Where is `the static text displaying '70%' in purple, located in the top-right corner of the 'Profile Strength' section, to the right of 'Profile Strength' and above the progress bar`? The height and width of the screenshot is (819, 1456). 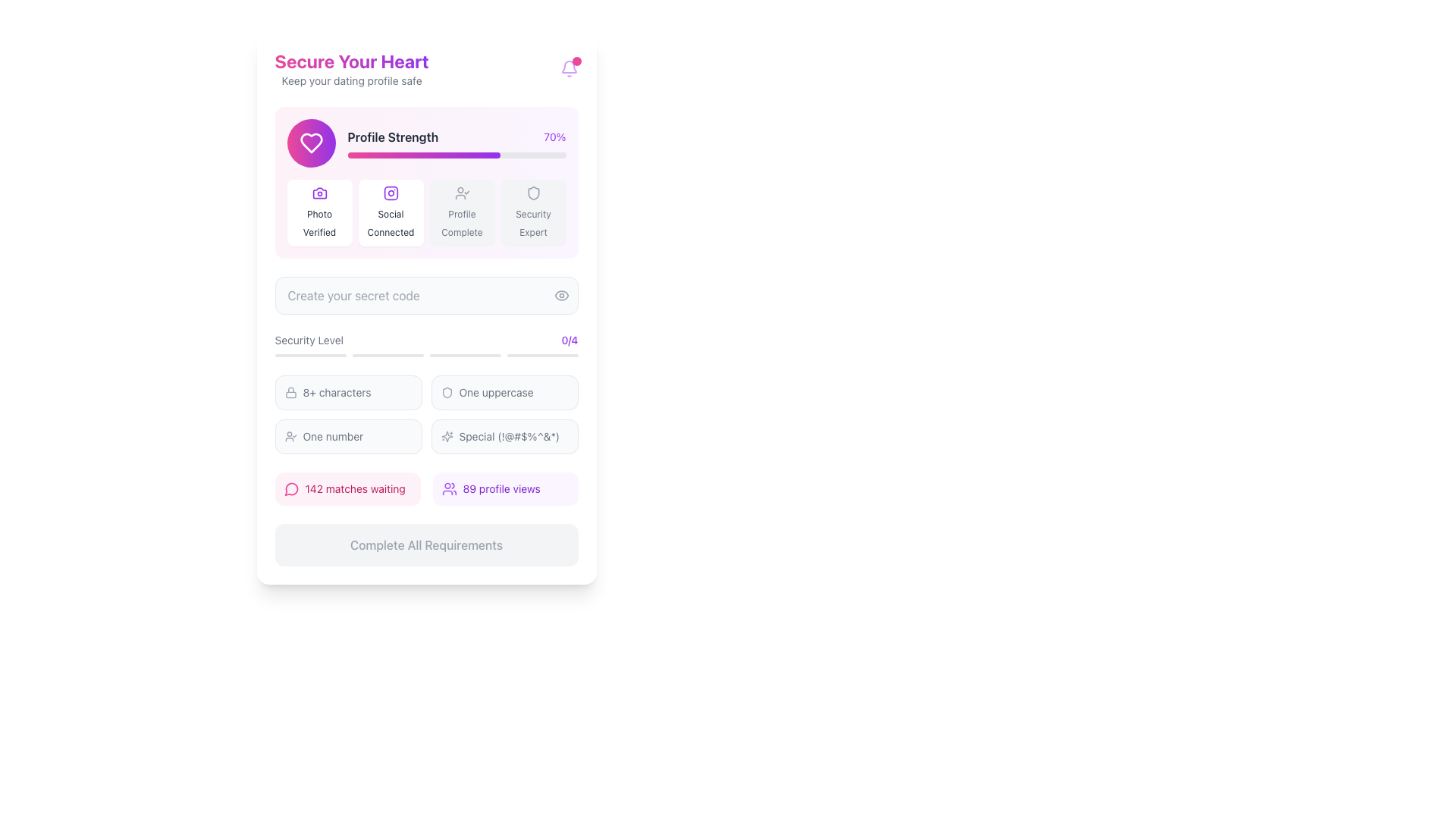 the static text displaying '70%' in purple, located in the top-right corner of the 'Profile Strength' section, to the right of 'Profile Strength' and above the progress bar is located at coordinates (554, 137).